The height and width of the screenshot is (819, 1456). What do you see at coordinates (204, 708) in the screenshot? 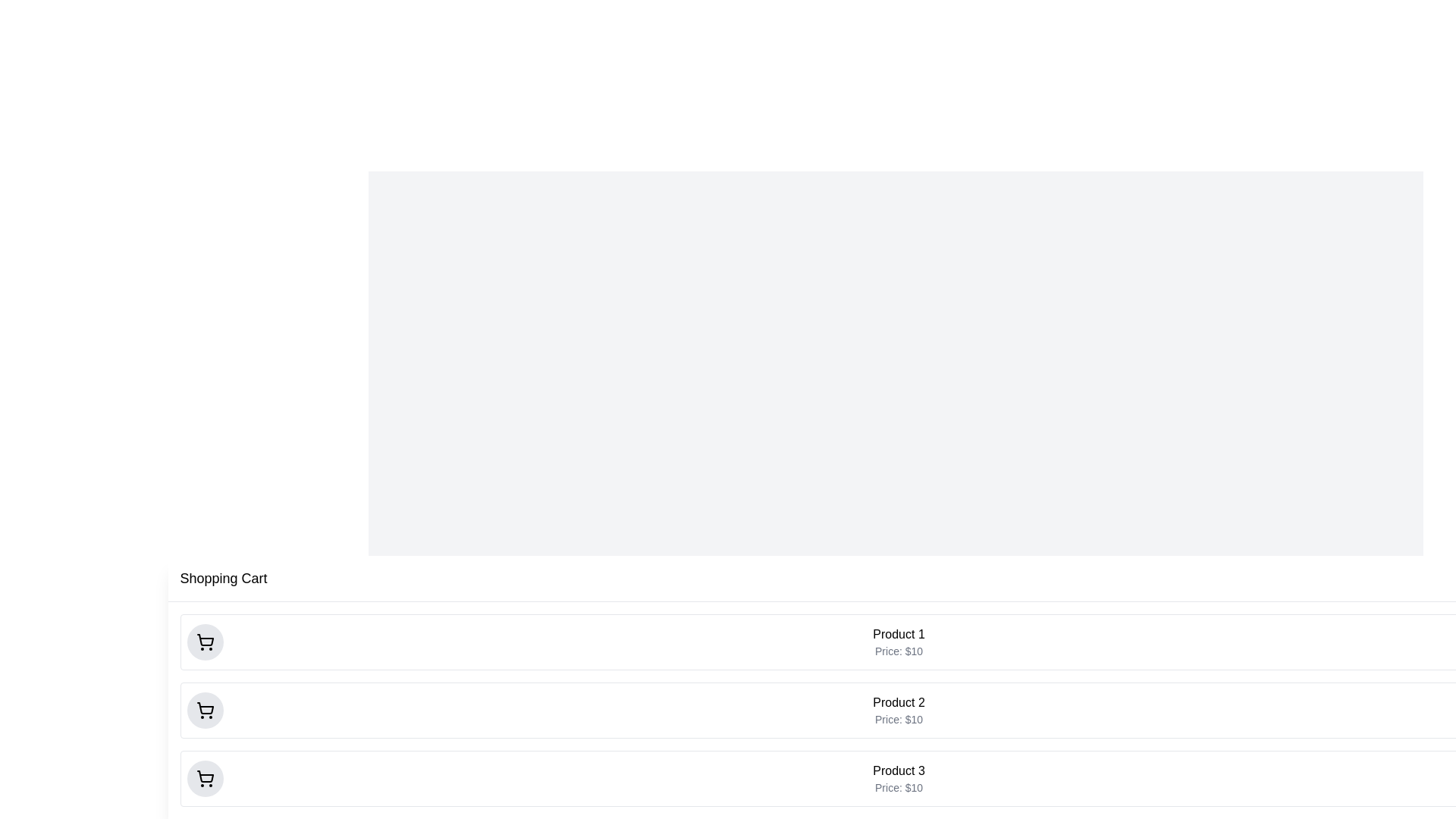
I see `the shopping cart icon representing the second product in the shopping cart summary list` at bounding box center [204, 708].